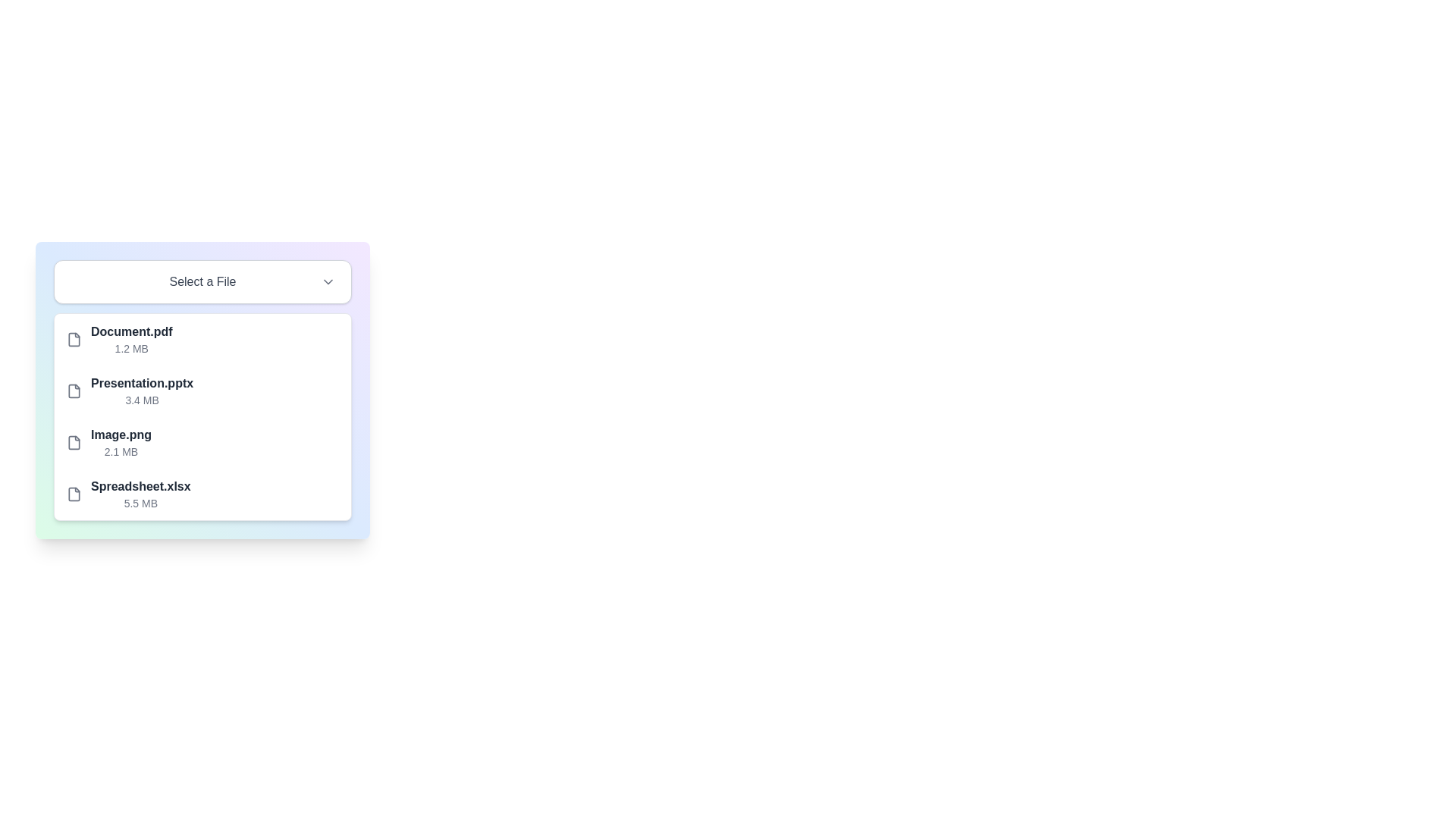 The height and width of the screenshot is (819, 1456). Describe the element at coordinates (202, 417) in the screenshot. I see `the third item in the List containing file items` at that location.